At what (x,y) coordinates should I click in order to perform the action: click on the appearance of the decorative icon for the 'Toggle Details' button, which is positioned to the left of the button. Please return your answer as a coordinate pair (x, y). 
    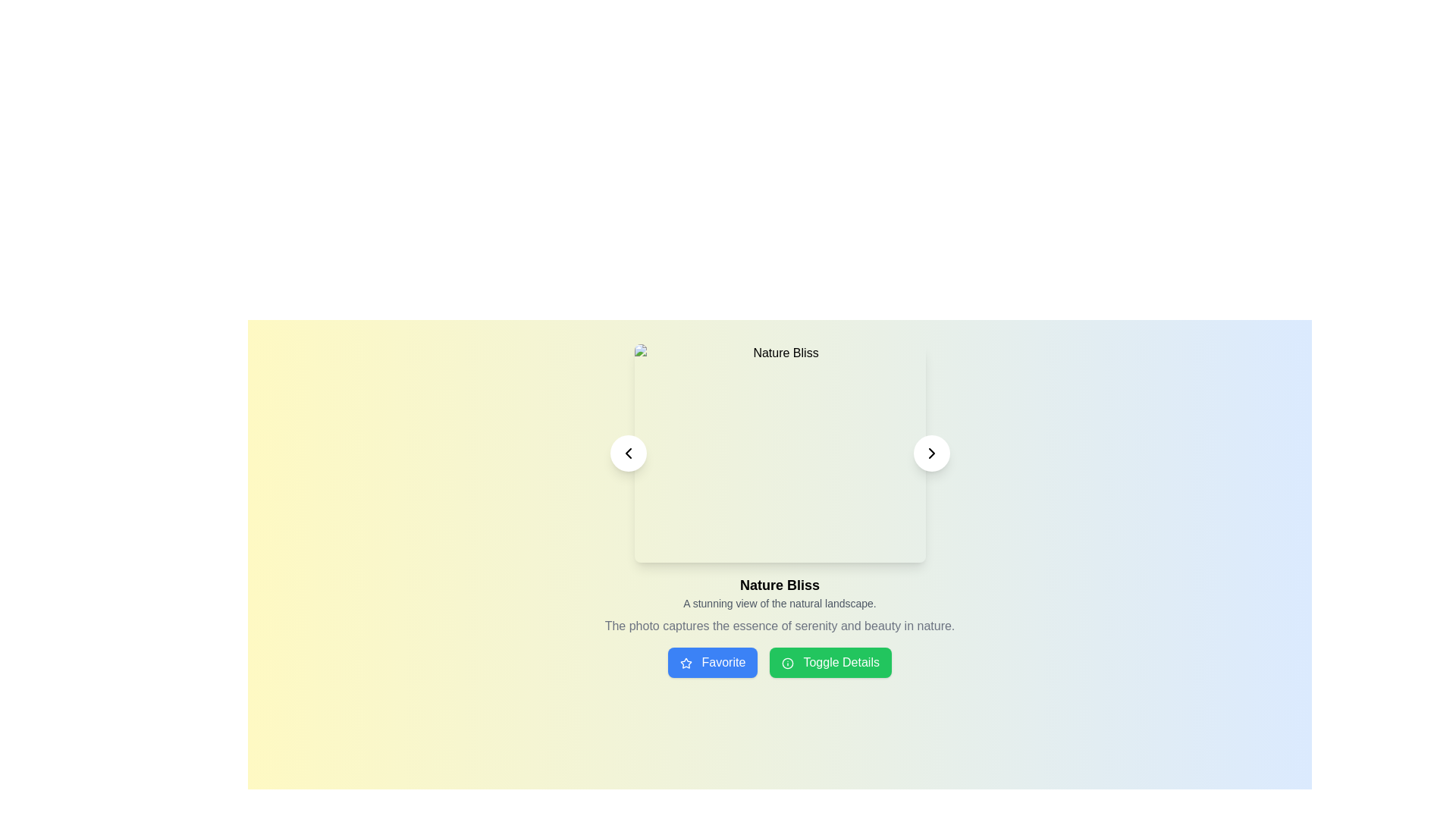
    Looking at the image, I should click on (788, 662).